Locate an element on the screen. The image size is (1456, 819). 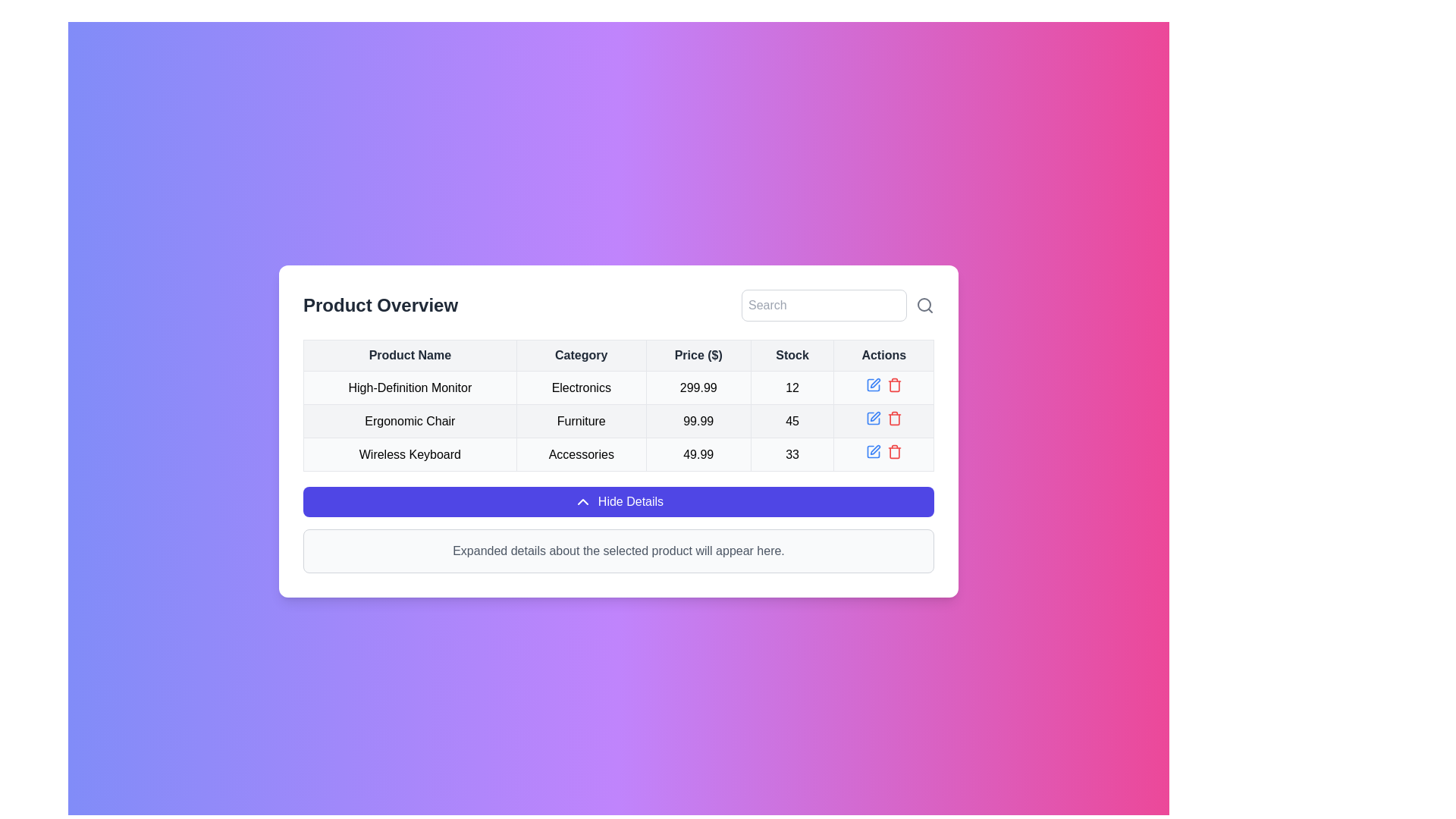
the Table Header Cell that labels the first column of the table, located at the upper-left corner of the table structure is located at coordinates (409, 356).